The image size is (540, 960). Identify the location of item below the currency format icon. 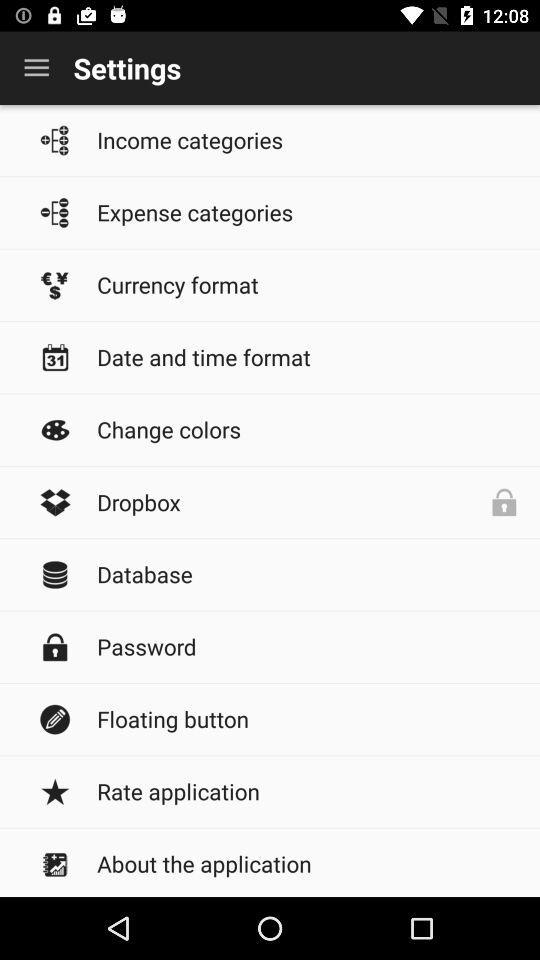
(308, 357).